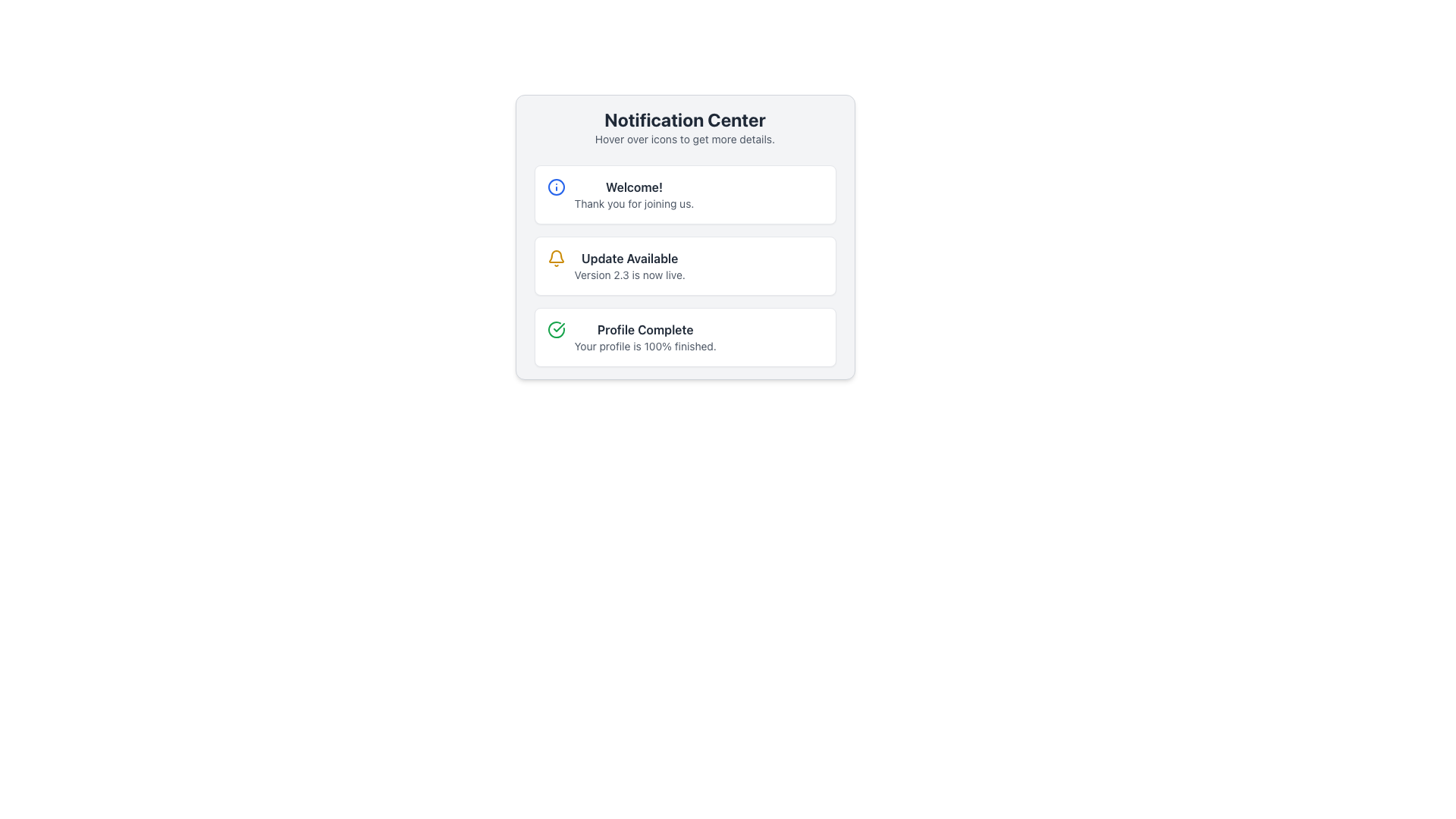 This screenshot has width=1456, height=819. What do you see at coordinates (684, 194) in the screenshot?
I see `the topmost Notification Card in the Notification Center that welcomes the user and expresses gratitude for joining` at bounding box center [684, 194].